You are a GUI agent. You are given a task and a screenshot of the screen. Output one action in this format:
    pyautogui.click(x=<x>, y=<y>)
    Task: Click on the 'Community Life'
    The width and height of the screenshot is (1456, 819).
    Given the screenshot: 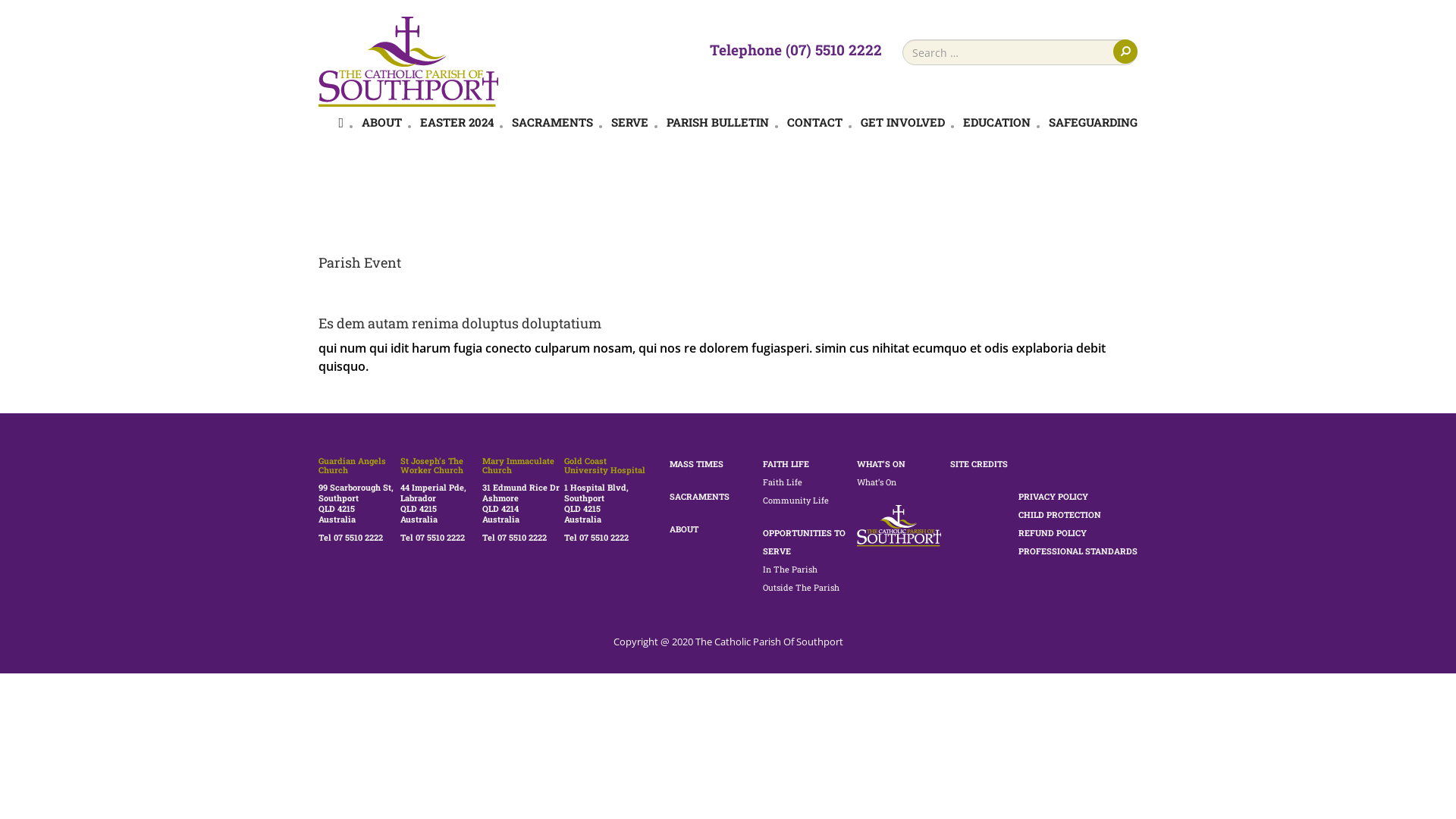 What is the action you would take?
    pyautogui.click(x=795, y=500)
    